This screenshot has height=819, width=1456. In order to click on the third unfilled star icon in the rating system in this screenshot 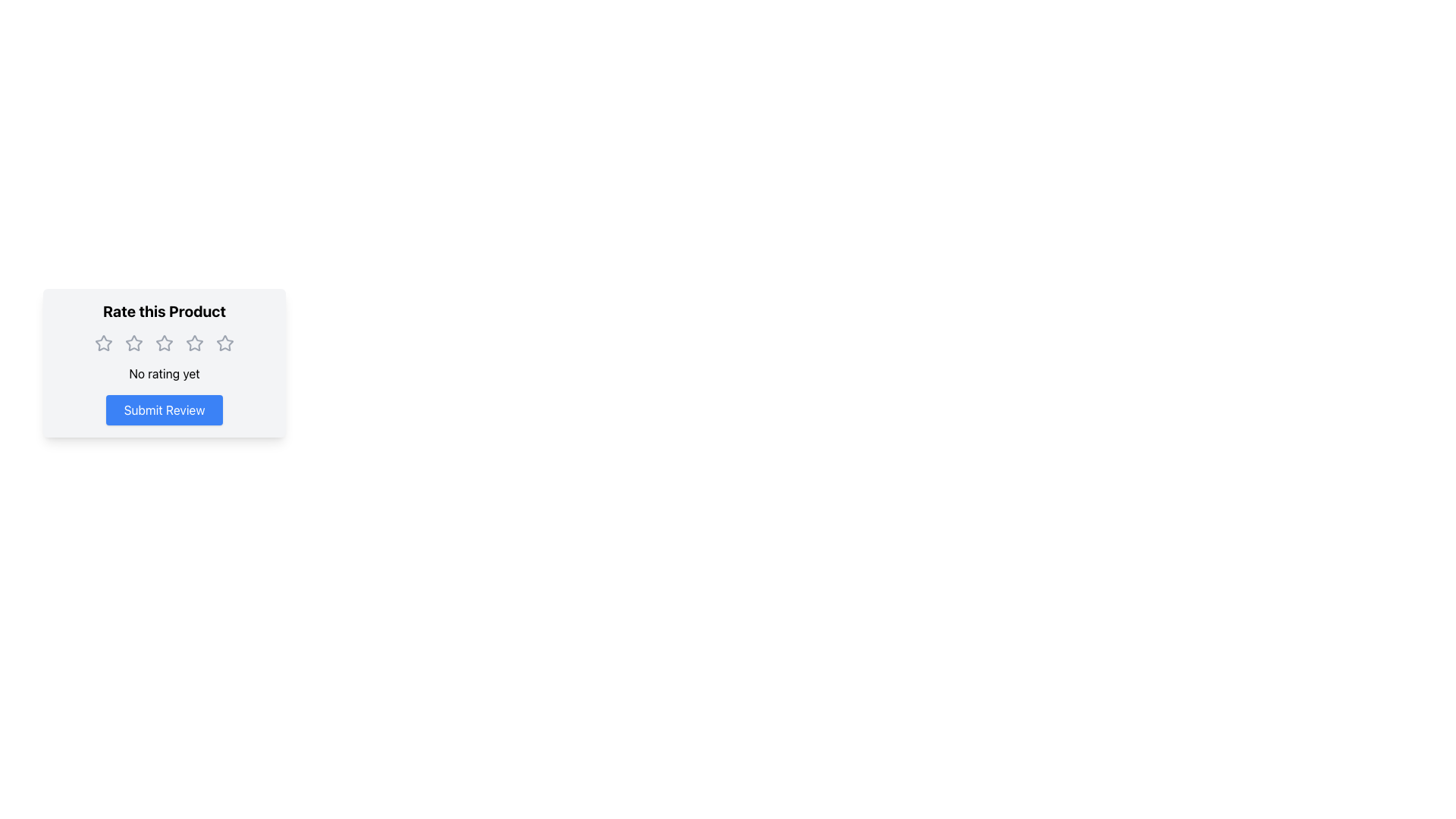, I will do `click(164, 343)`.